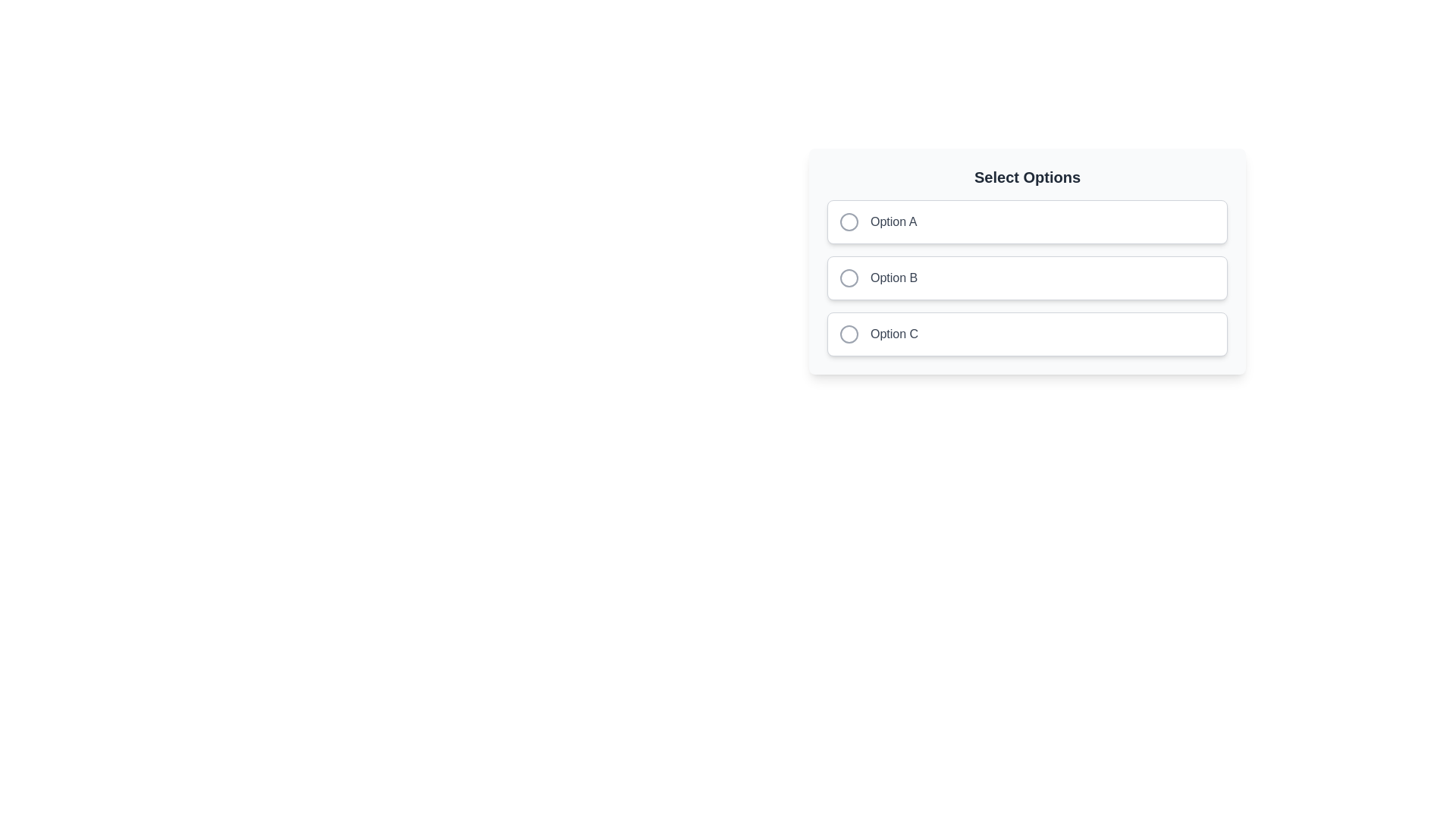 The image size is (1456, 819). What do you see at coordinates (894, 278) in the screenshot?
I see `the Text Label describing the selection choice 'Option B' that is positioned below 'Option A' with a radio button to its left` at bounding box center [894, 278].